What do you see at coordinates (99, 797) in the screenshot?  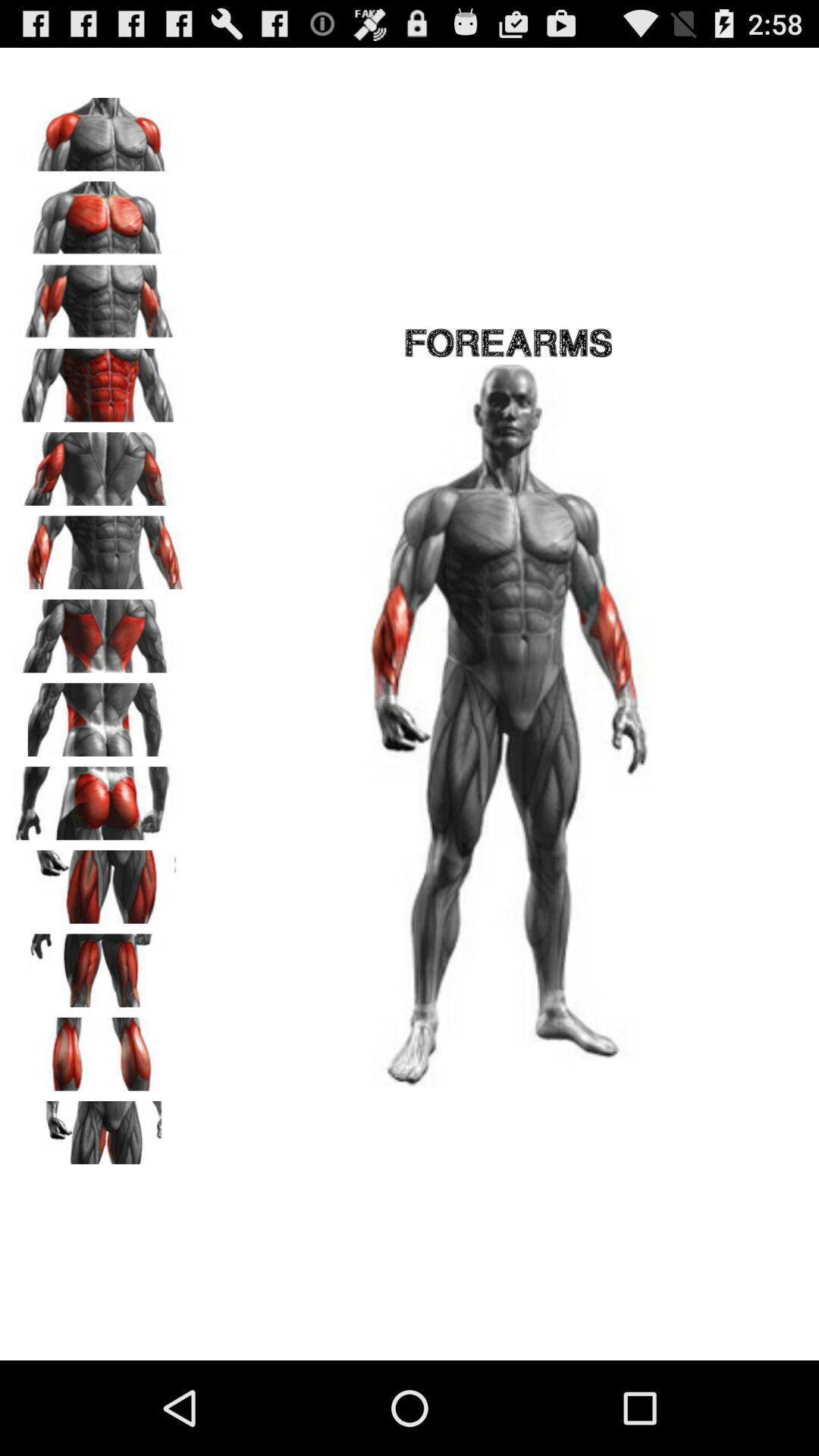 I see `gluteus workouts` at bounding box center [99, 797].